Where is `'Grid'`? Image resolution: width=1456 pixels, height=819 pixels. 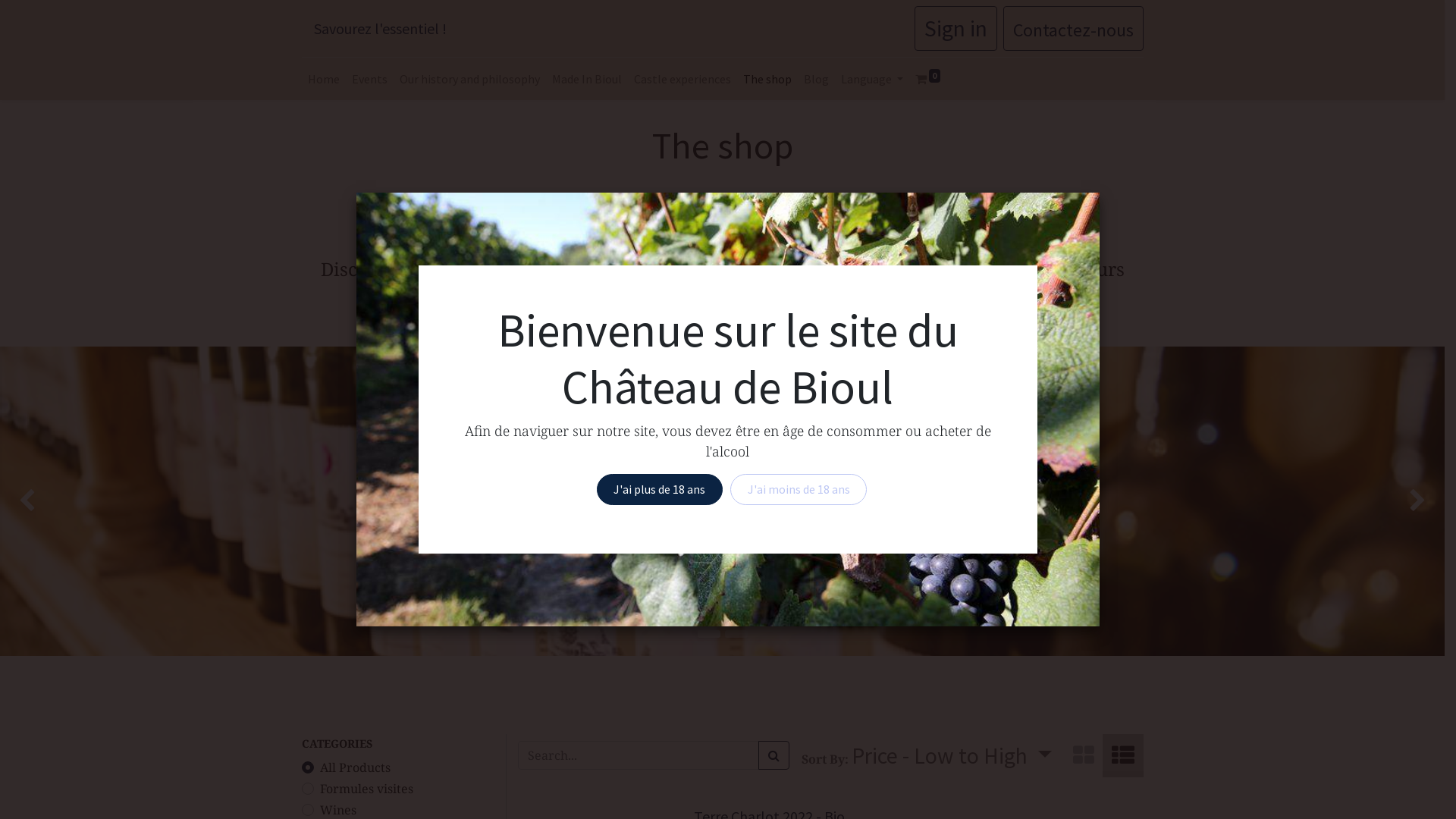 'Grid' is located at coordinates (1082, 755).